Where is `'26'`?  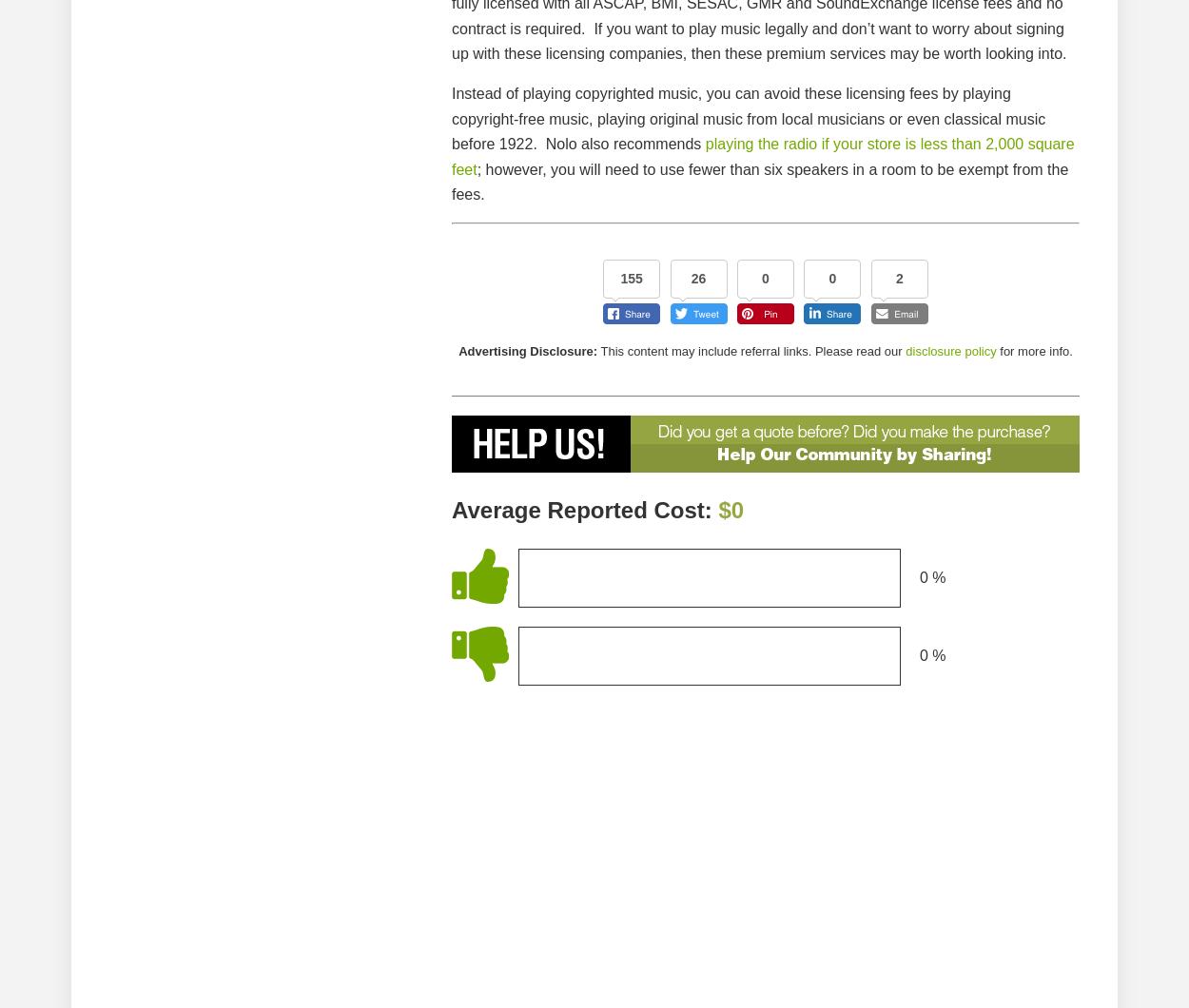 '26' is located at coordinates (697, 278).